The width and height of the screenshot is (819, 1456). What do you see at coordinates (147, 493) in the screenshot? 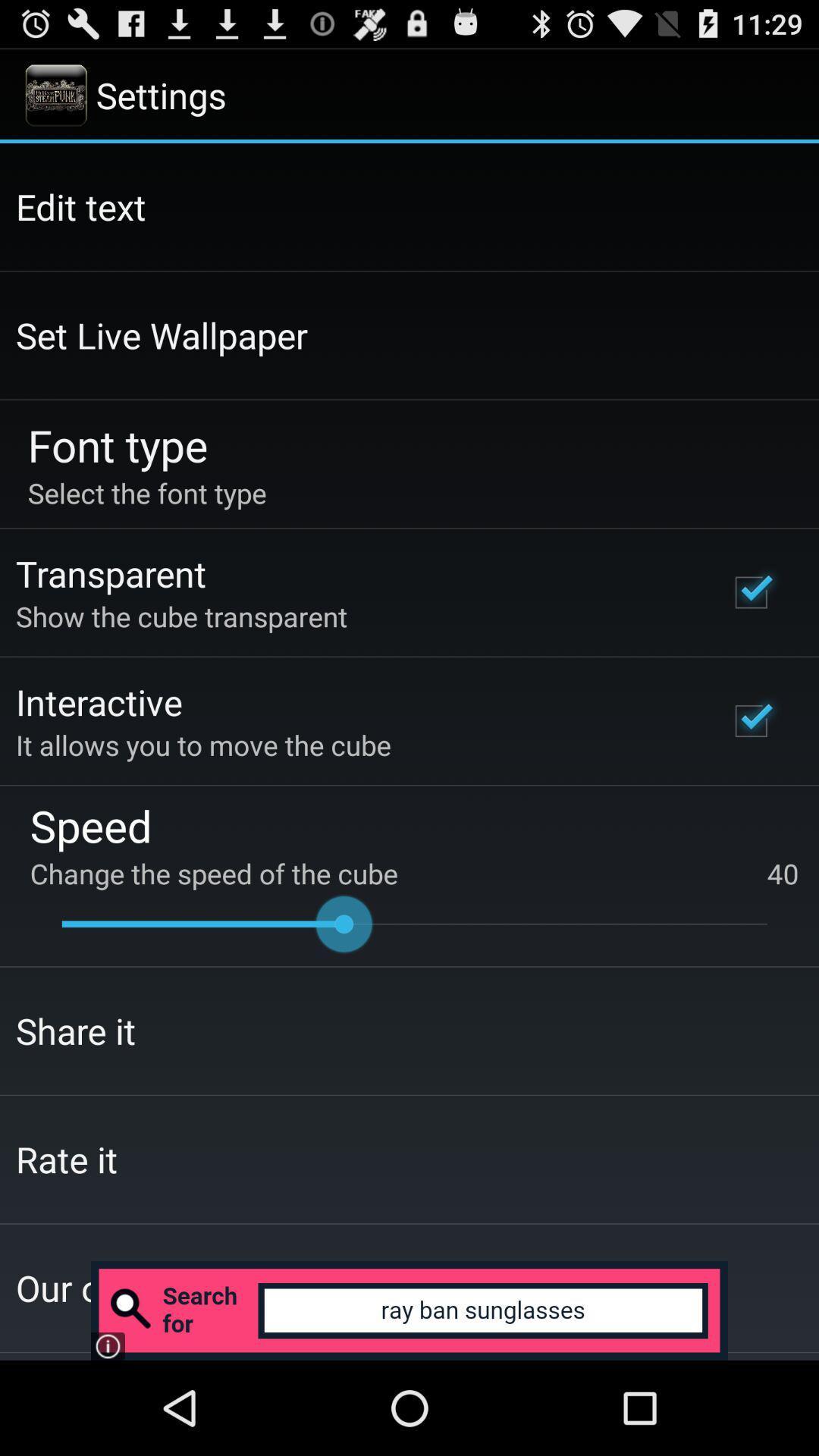
I see `the icon below the font type app` at bounding box center [147, 493].